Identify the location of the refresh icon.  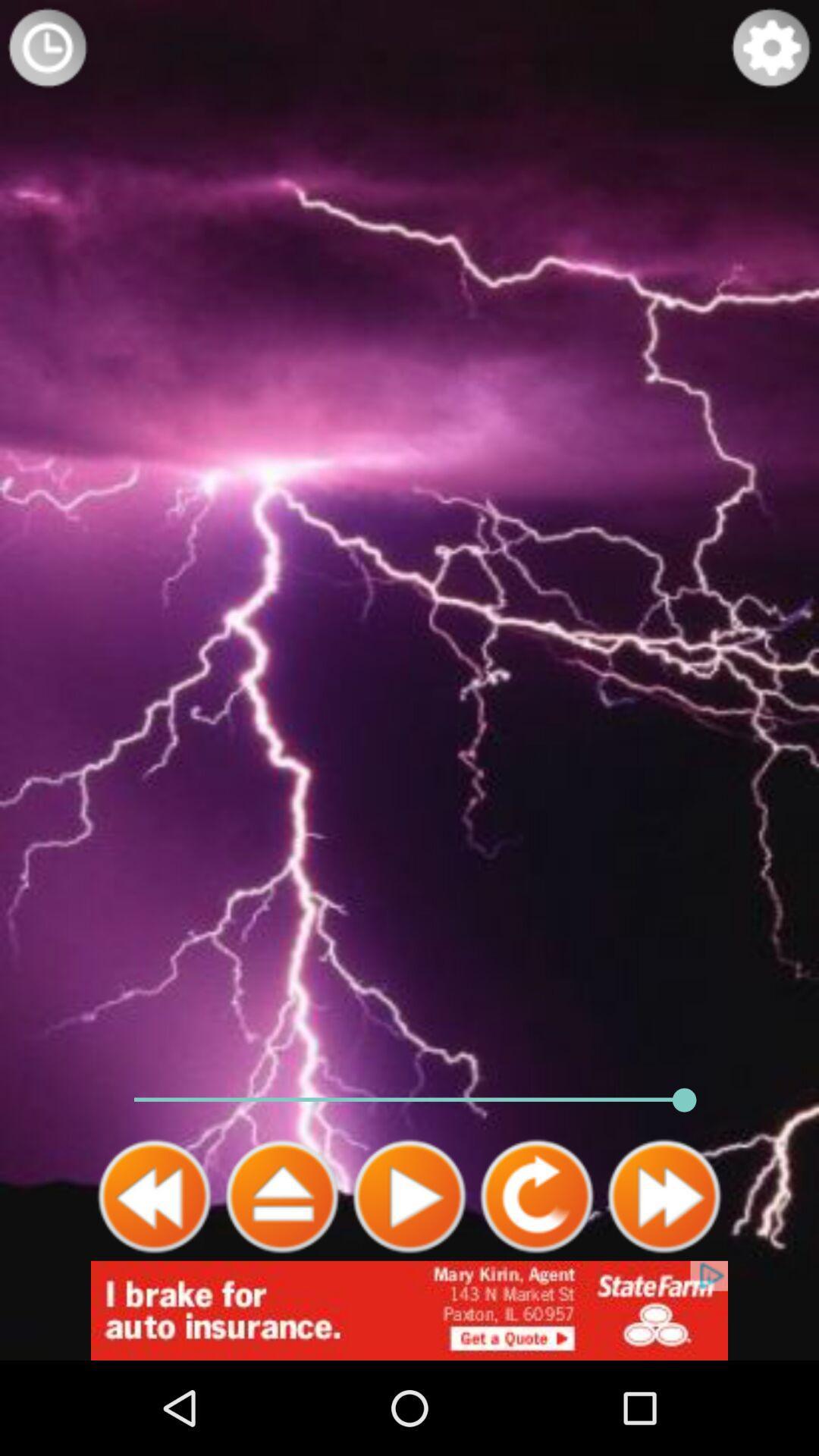
(536, 1280).